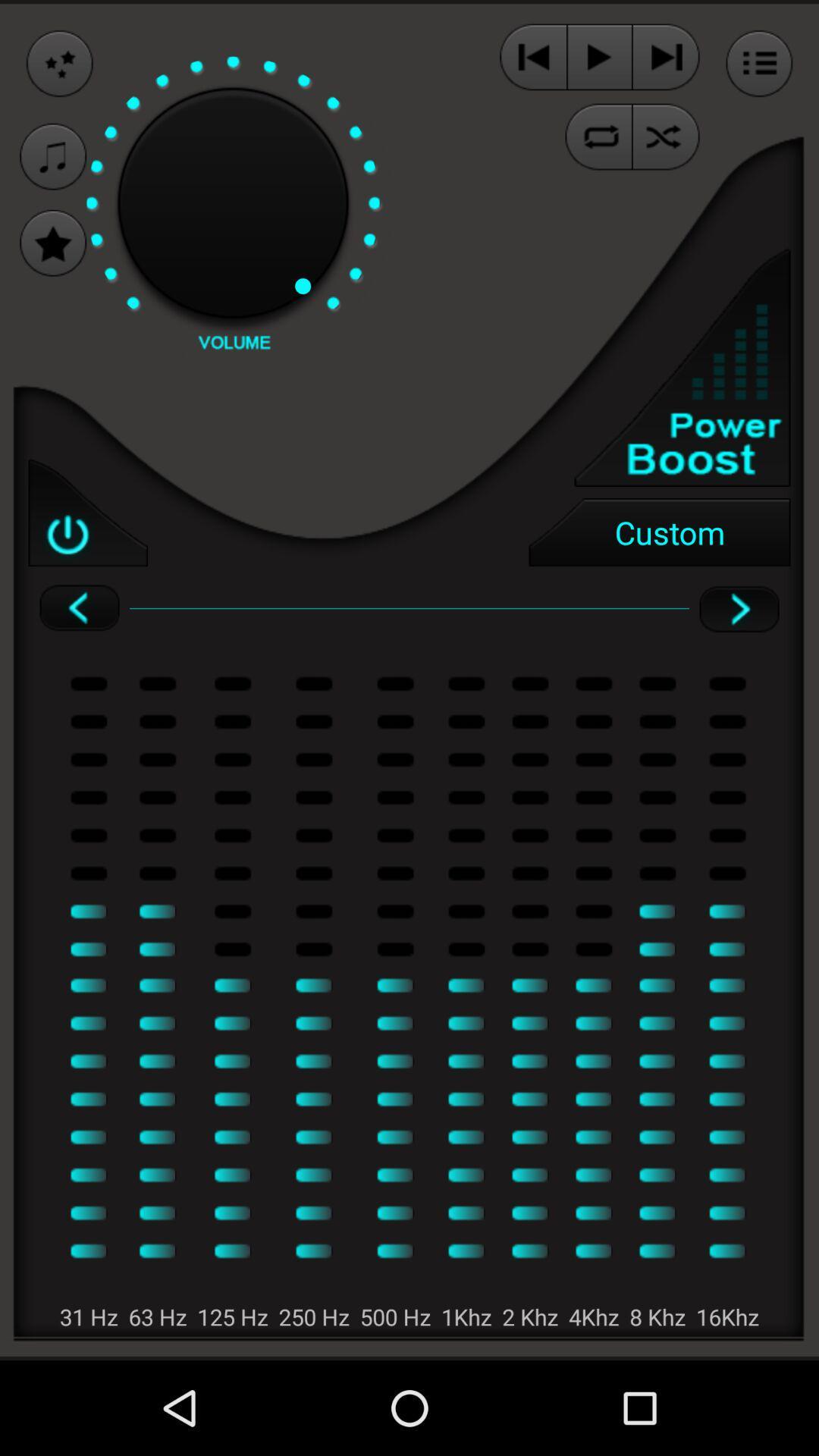 This screenshot has height=1456, width=819. I want to click on the arrow_backward icon, so click(79, 651).